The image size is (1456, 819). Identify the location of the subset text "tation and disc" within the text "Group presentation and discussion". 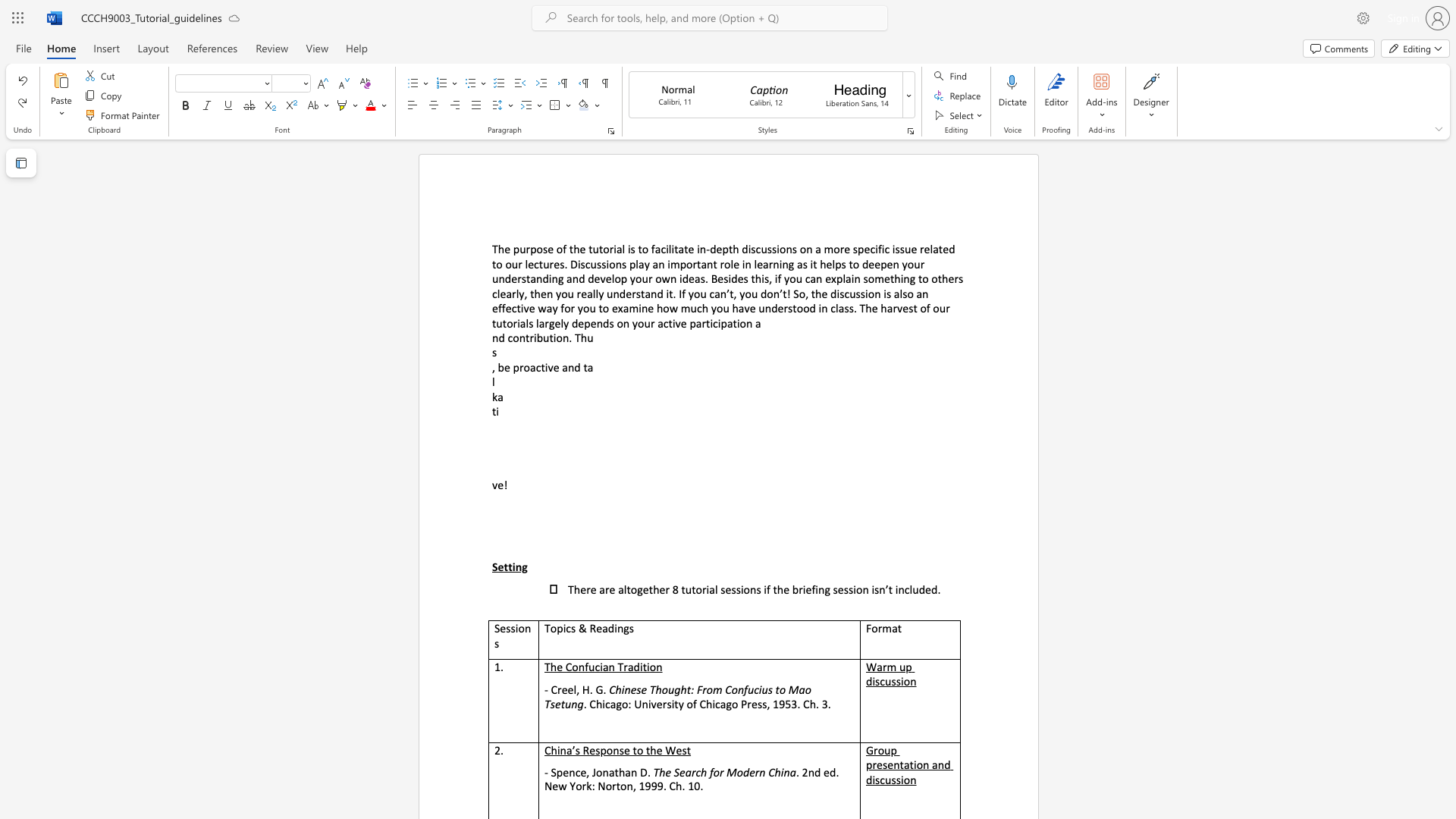
(899, 764).